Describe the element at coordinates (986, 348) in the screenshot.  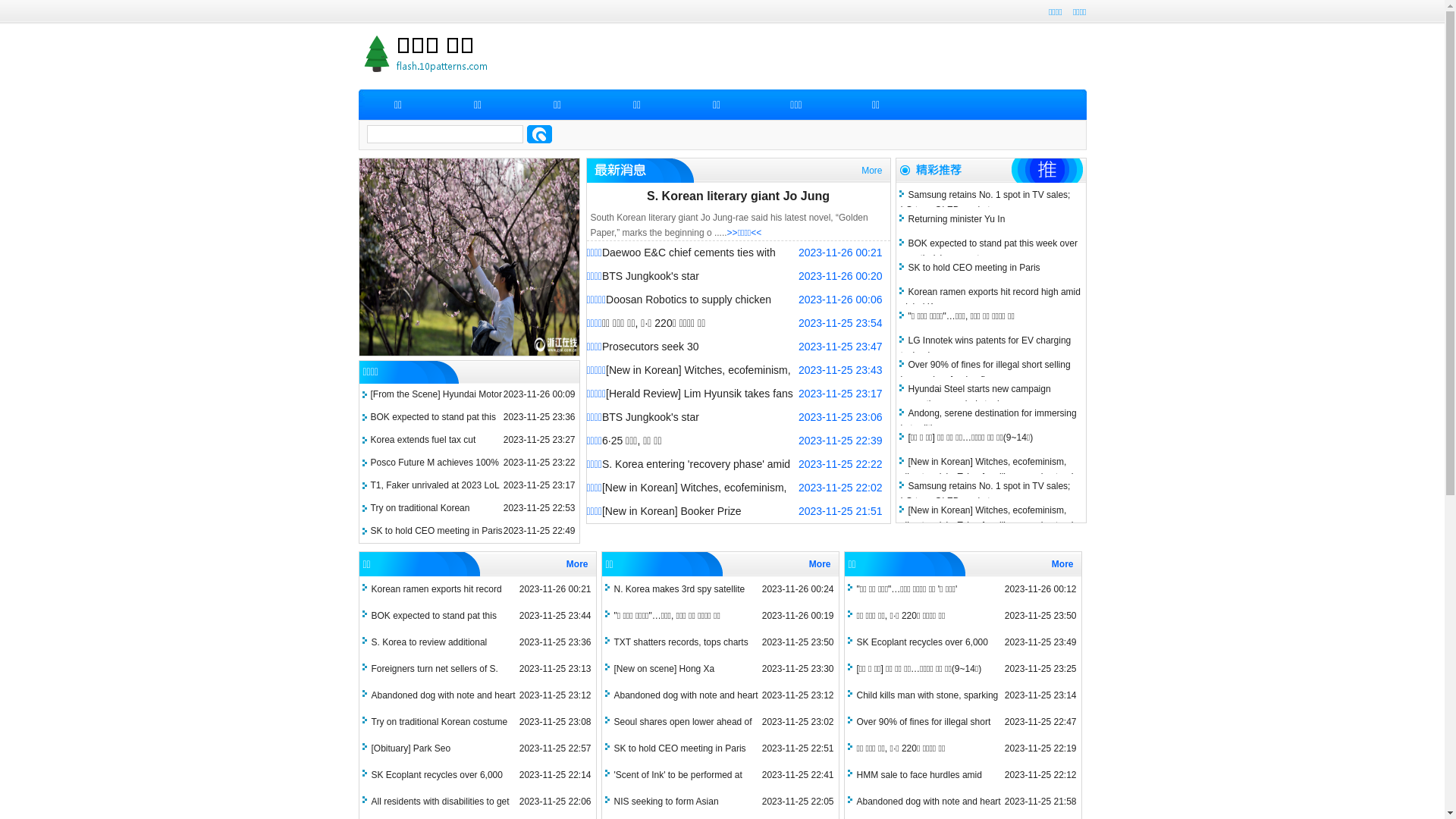
I see `'LG Innotek wins patents for EV charging technology'` at that location.